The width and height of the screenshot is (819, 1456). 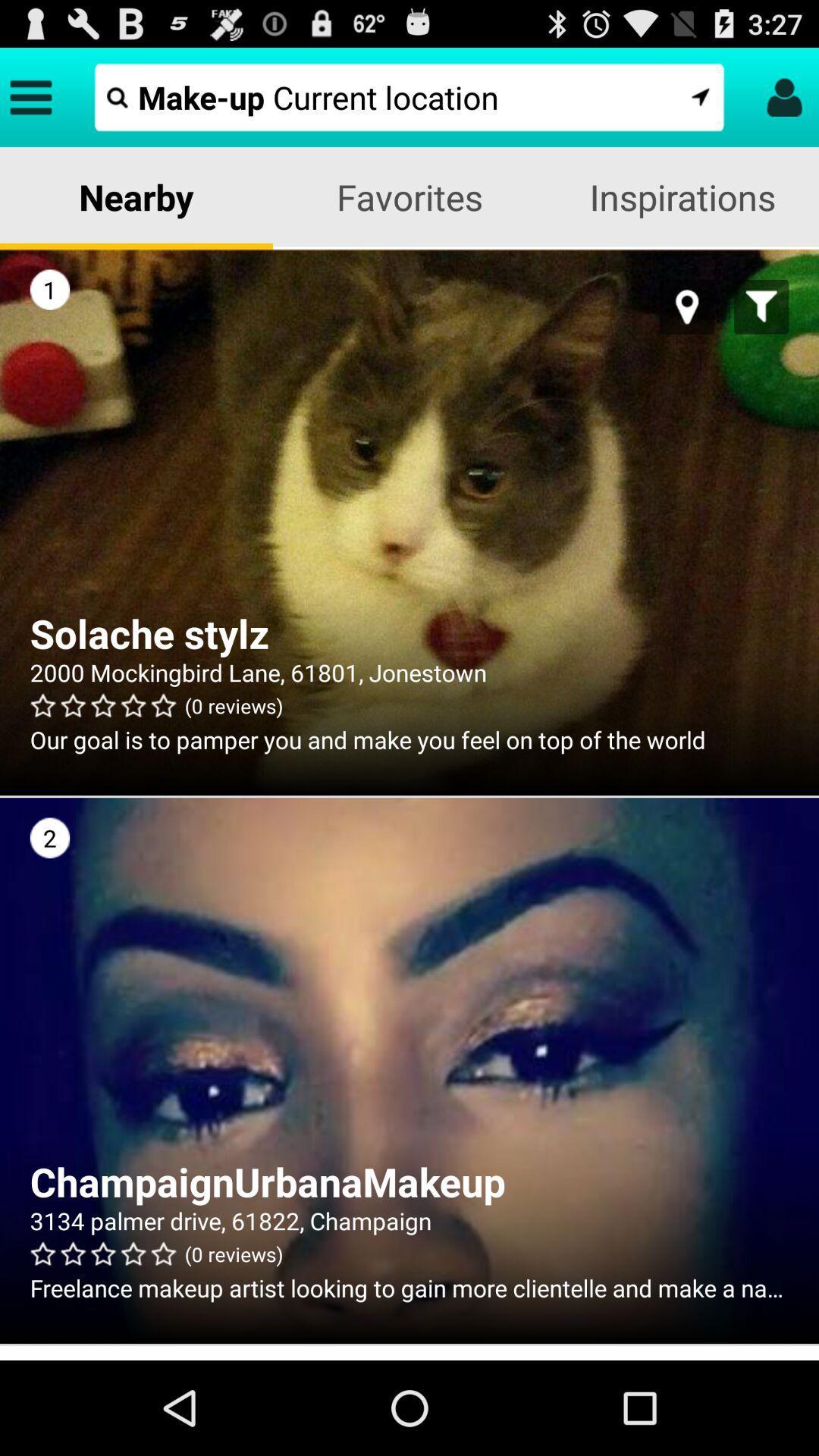 I want to click on make up current app, so click(x=409, y=96).